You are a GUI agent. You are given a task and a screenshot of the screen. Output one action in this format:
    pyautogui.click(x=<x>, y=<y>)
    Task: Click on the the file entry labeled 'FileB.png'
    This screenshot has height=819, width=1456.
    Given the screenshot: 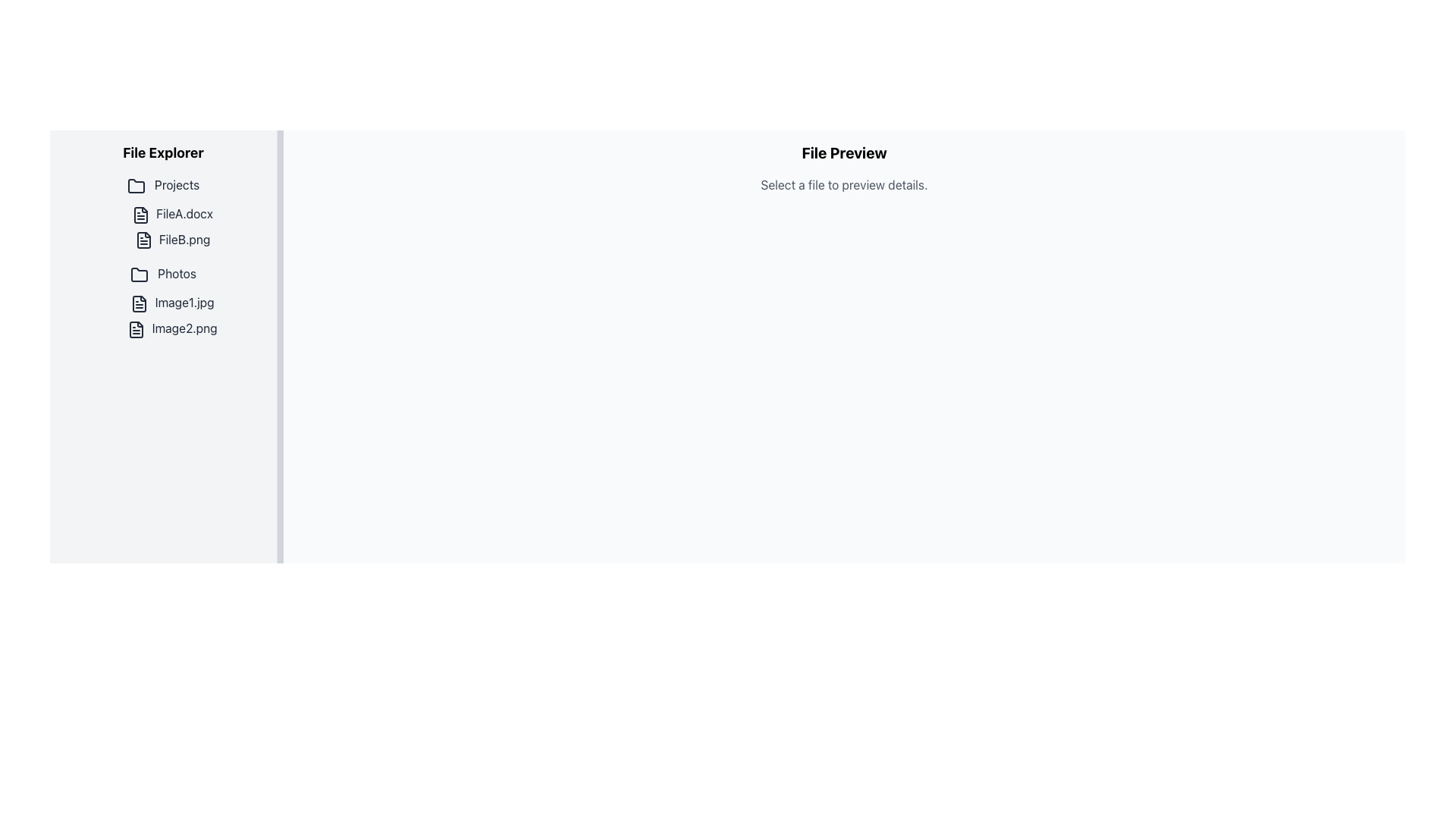 What is the action you would take?
    pyautogui.click(x=172, y=239)
    